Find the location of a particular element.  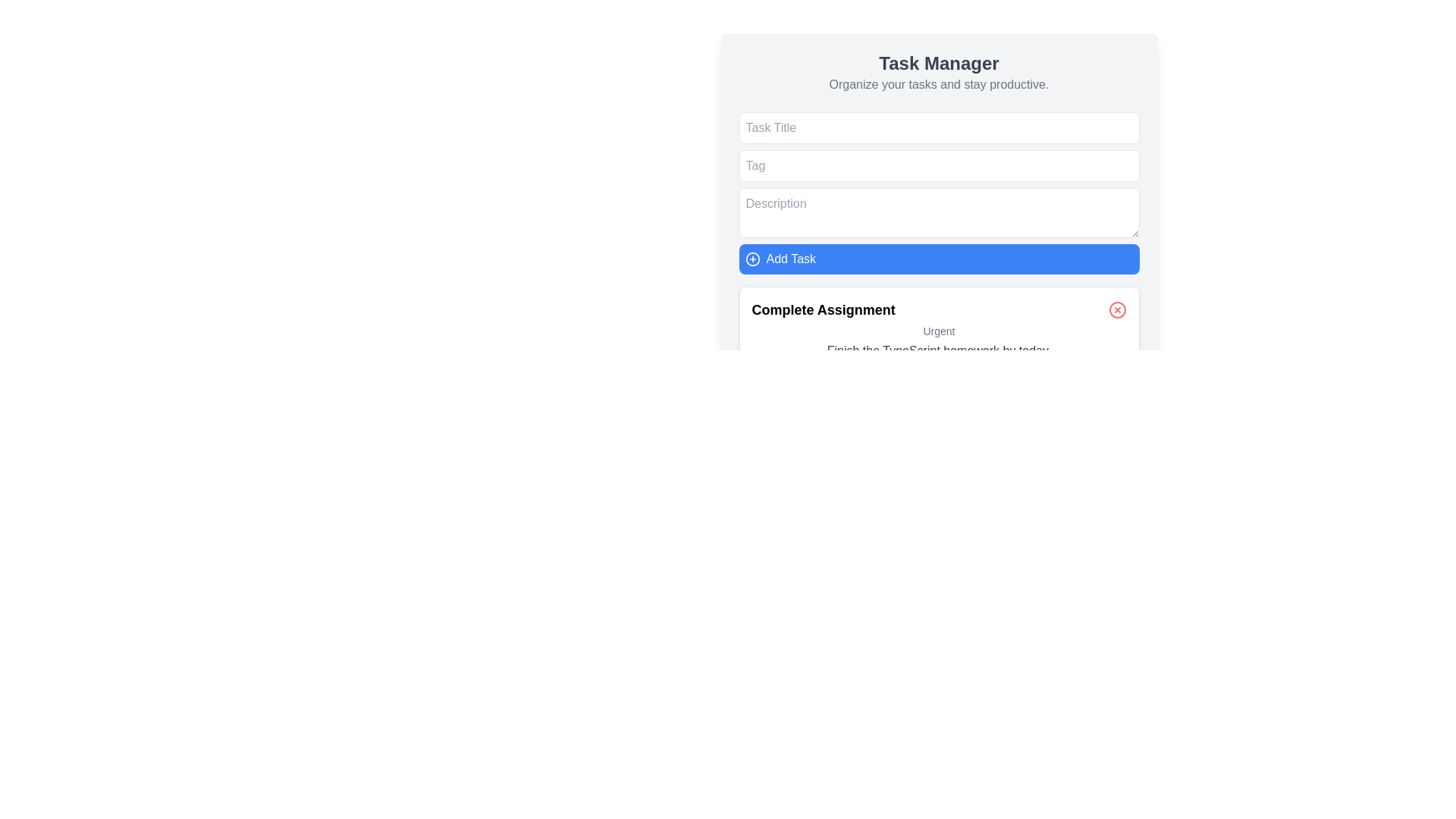

the Text Label displaying the phrase 'Organize your tasks and stay productive.' located beneath the main heading 'Task Manager' is located at coordinates (938, 84).